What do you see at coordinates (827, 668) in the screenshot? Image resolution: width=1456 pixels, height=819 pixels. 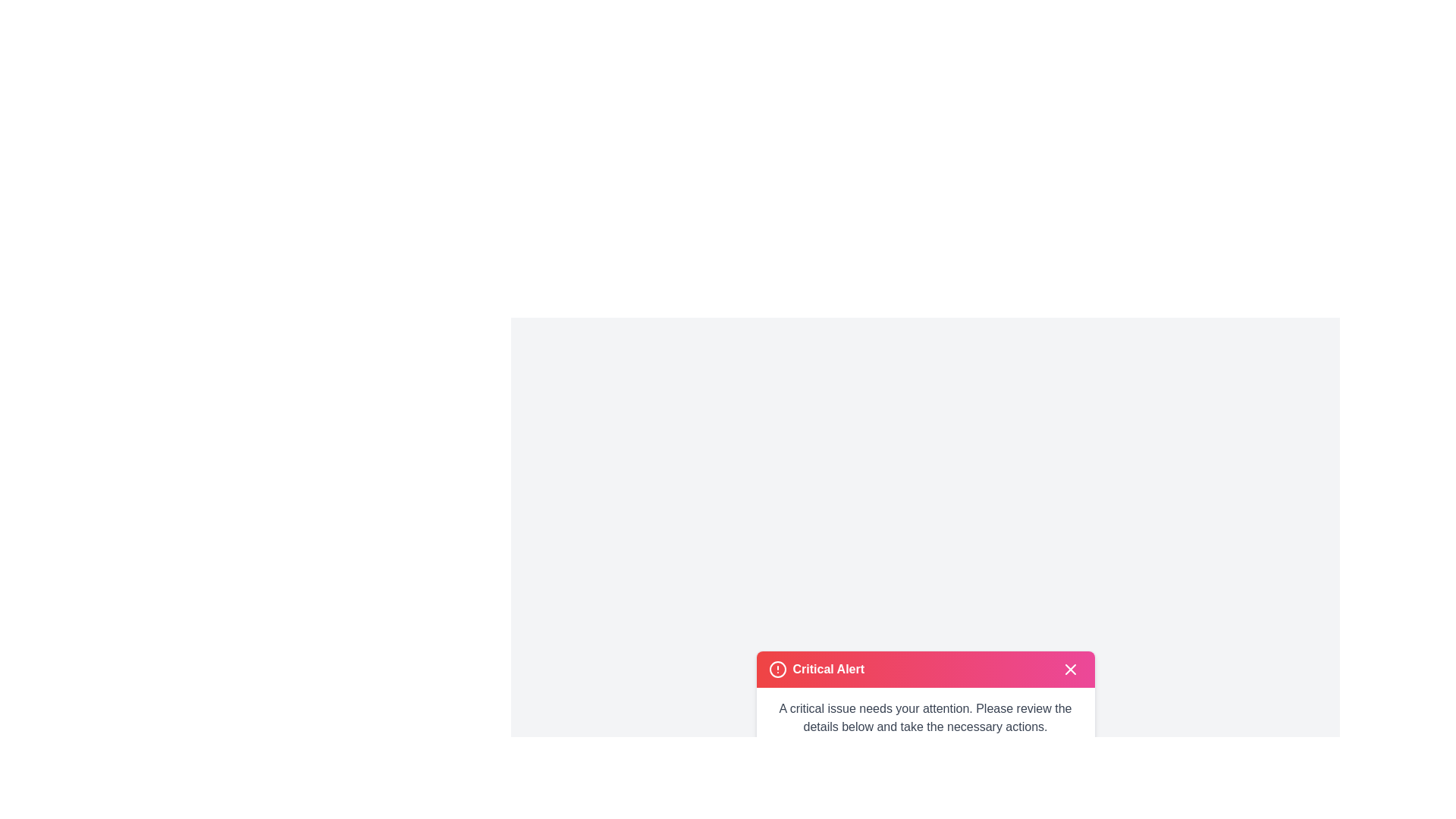 I see `the 'Critical Alert' text block displayed on a red background, indicating high importance, as it is part of an interactive notification` at bounding box center [827, 668].